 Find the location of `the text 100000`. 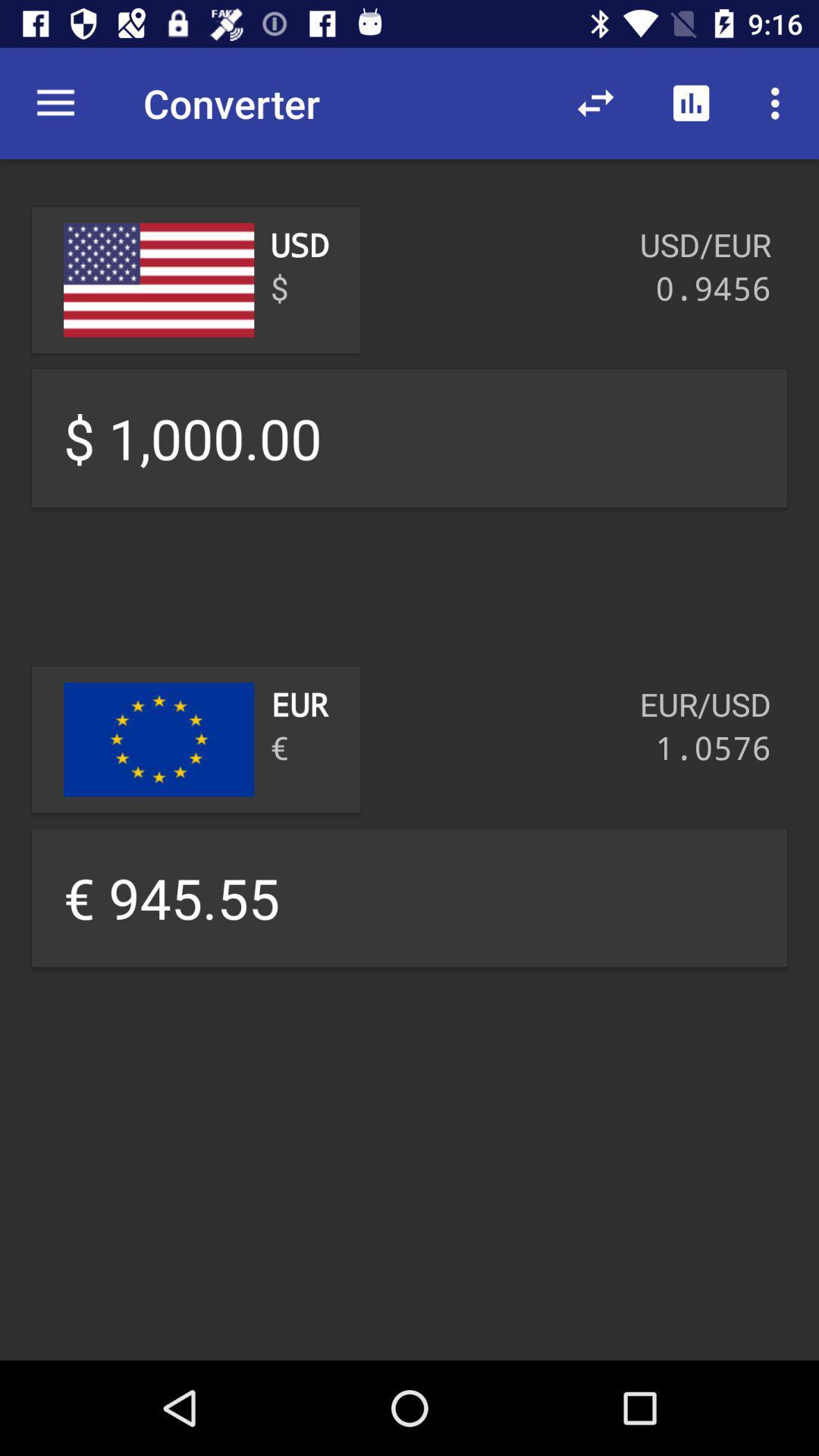

the text 100000 is located at coordinates (409, 437).